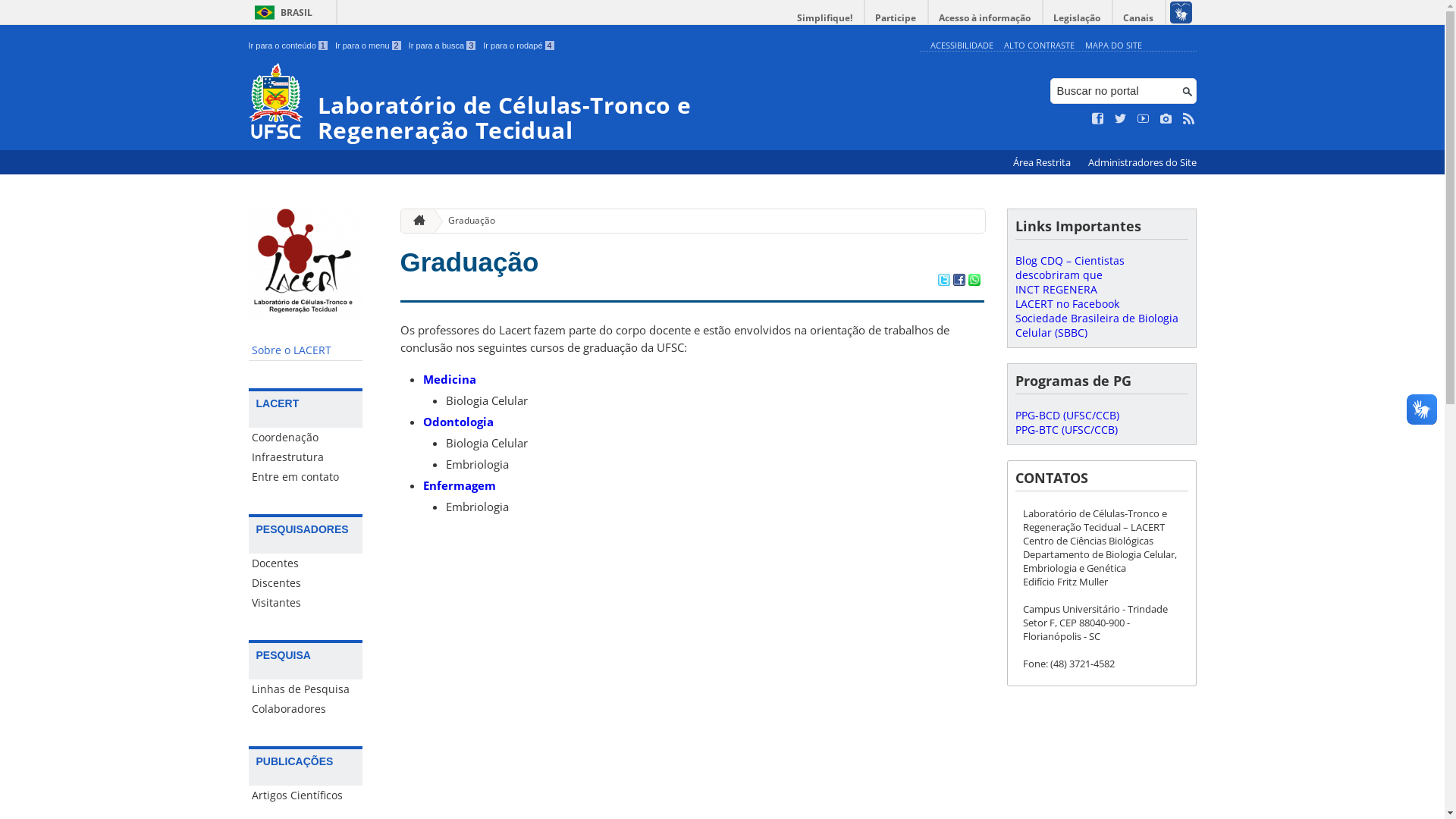 This screenshot has width=1456, height=819. Describe the element at coordinates (1065, 415) in the screenshot. I see `'PPG-BCD (UFSC/CCB)'` at that location.